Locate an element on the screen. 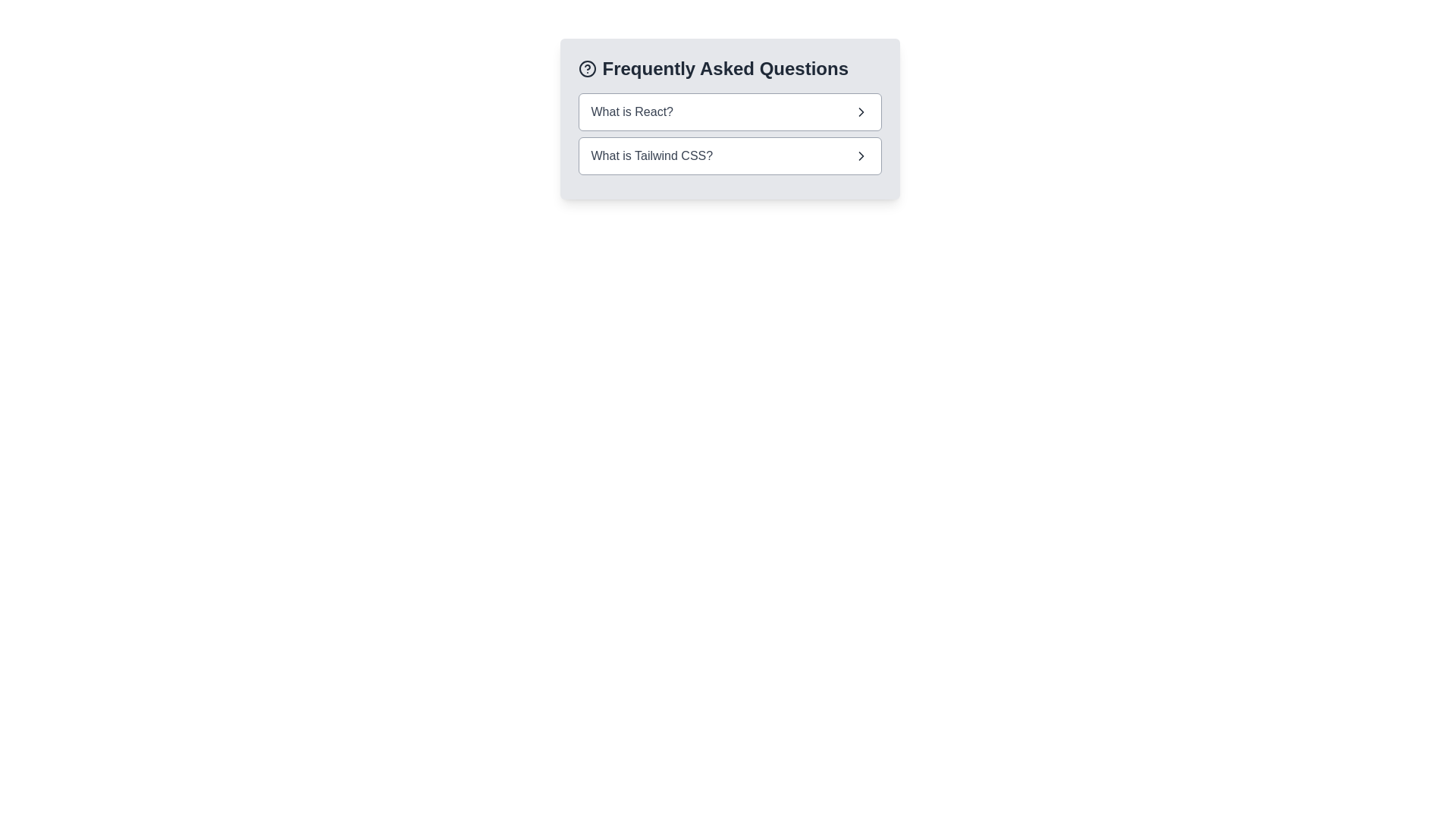  the SVG Circle Graphic, which is an outline without fill located at the beginning of the Frequently Asked Questions card is located at coordinates (586, 69).